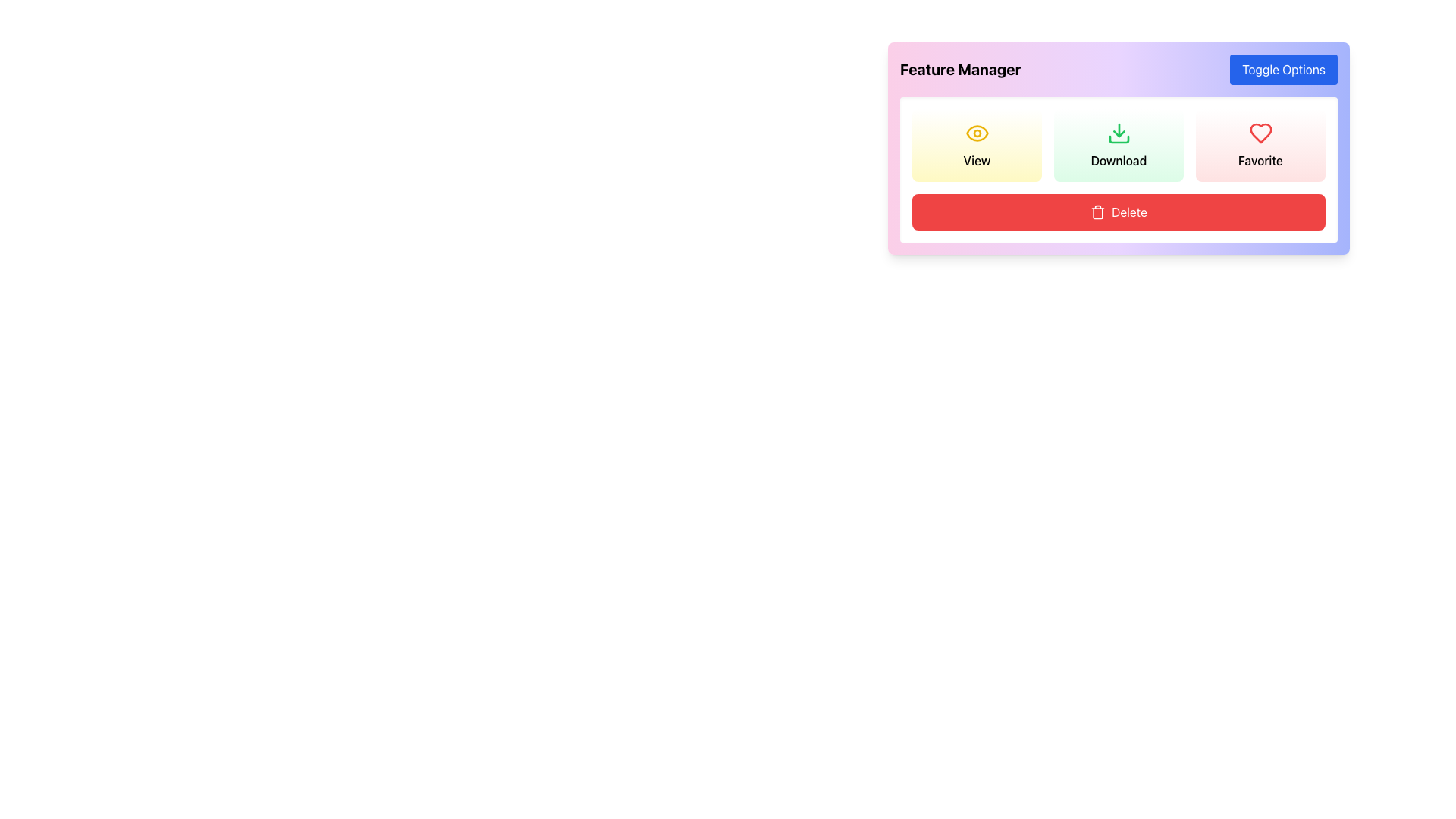  I want to click on the text label providing a description for the associated download action button, located below the download icon in the center of its respective card, so click(1119, 161).